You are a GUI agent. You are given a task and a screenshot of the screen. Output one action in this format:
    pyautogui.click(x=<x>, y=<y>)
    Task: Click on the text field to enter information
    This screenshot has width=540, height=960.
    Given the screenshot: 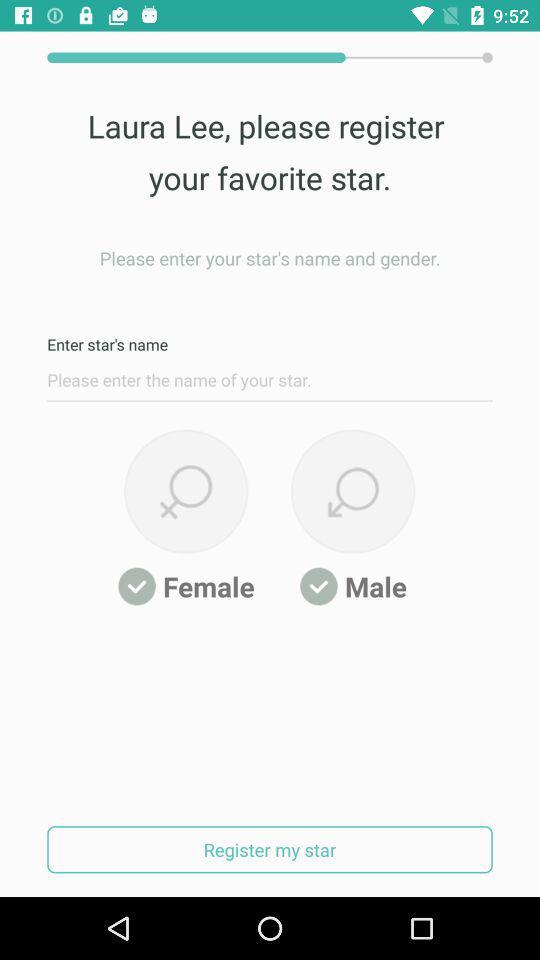 What is the action you would take?
    pyautogui.click(x=270, y=384)
    